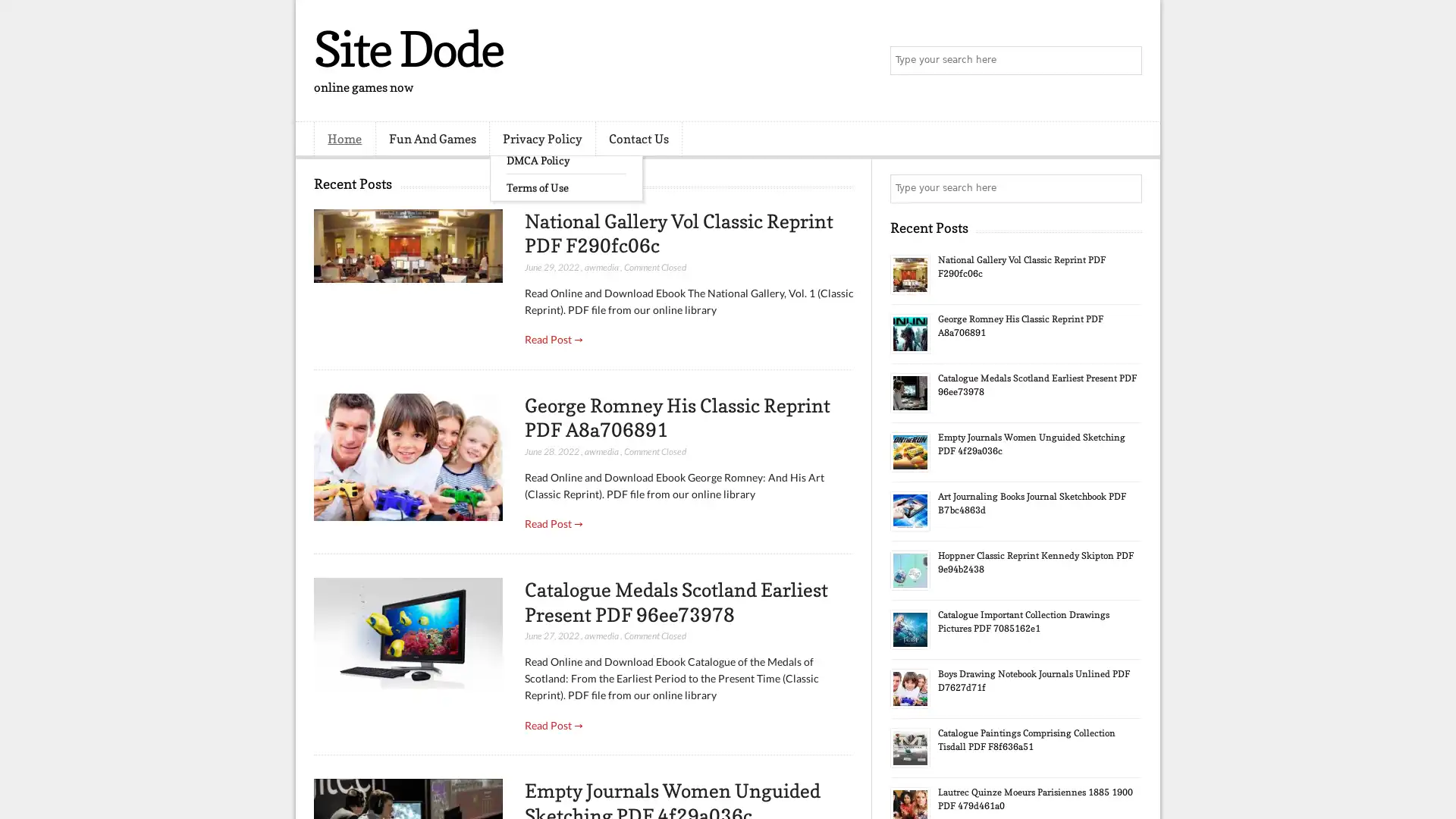  I want to click on Search, so click(1126, 61).